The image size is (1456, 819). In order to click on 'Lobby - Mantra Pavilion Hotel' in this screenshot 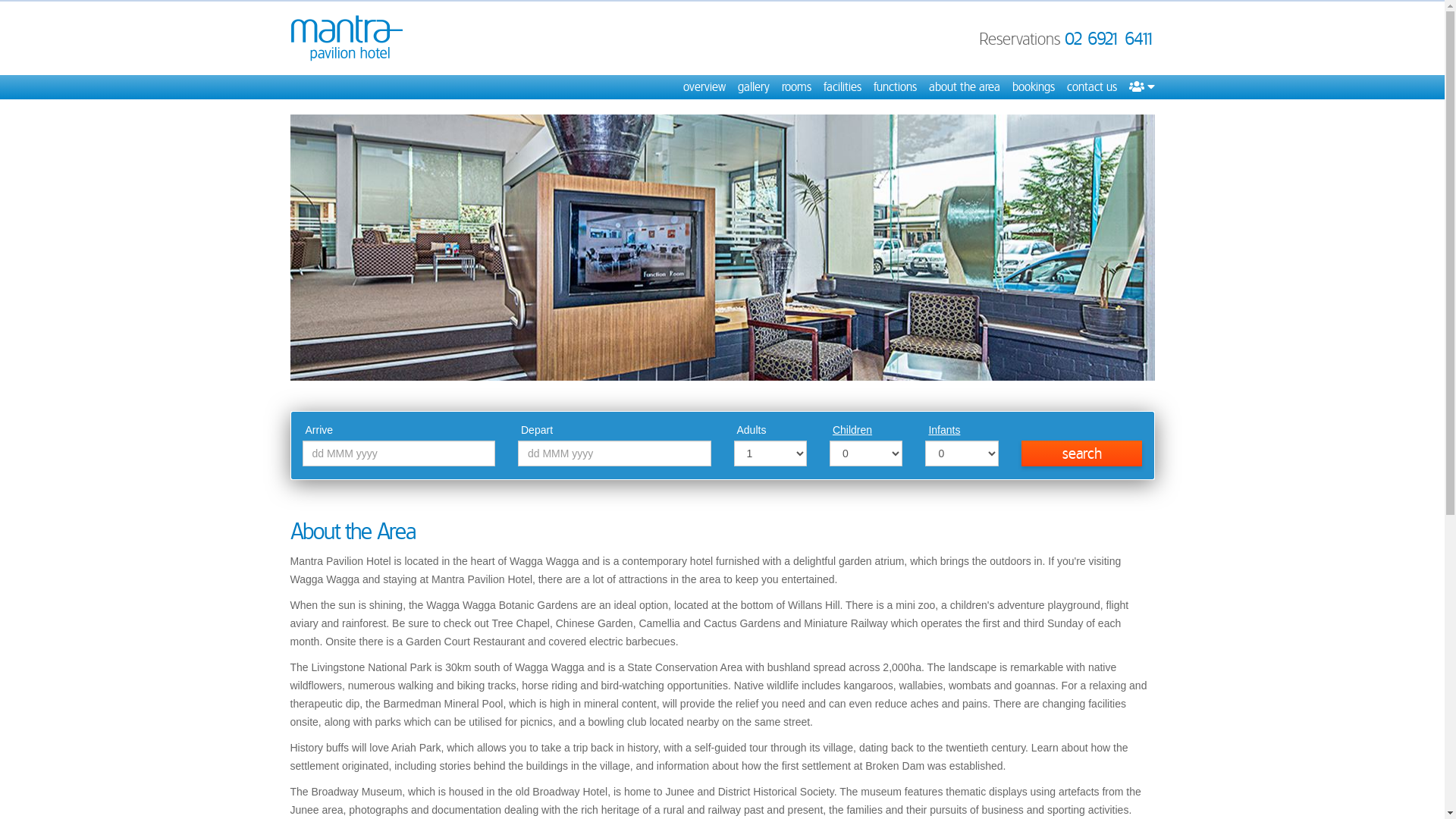, I will do `click(720, 246)`.